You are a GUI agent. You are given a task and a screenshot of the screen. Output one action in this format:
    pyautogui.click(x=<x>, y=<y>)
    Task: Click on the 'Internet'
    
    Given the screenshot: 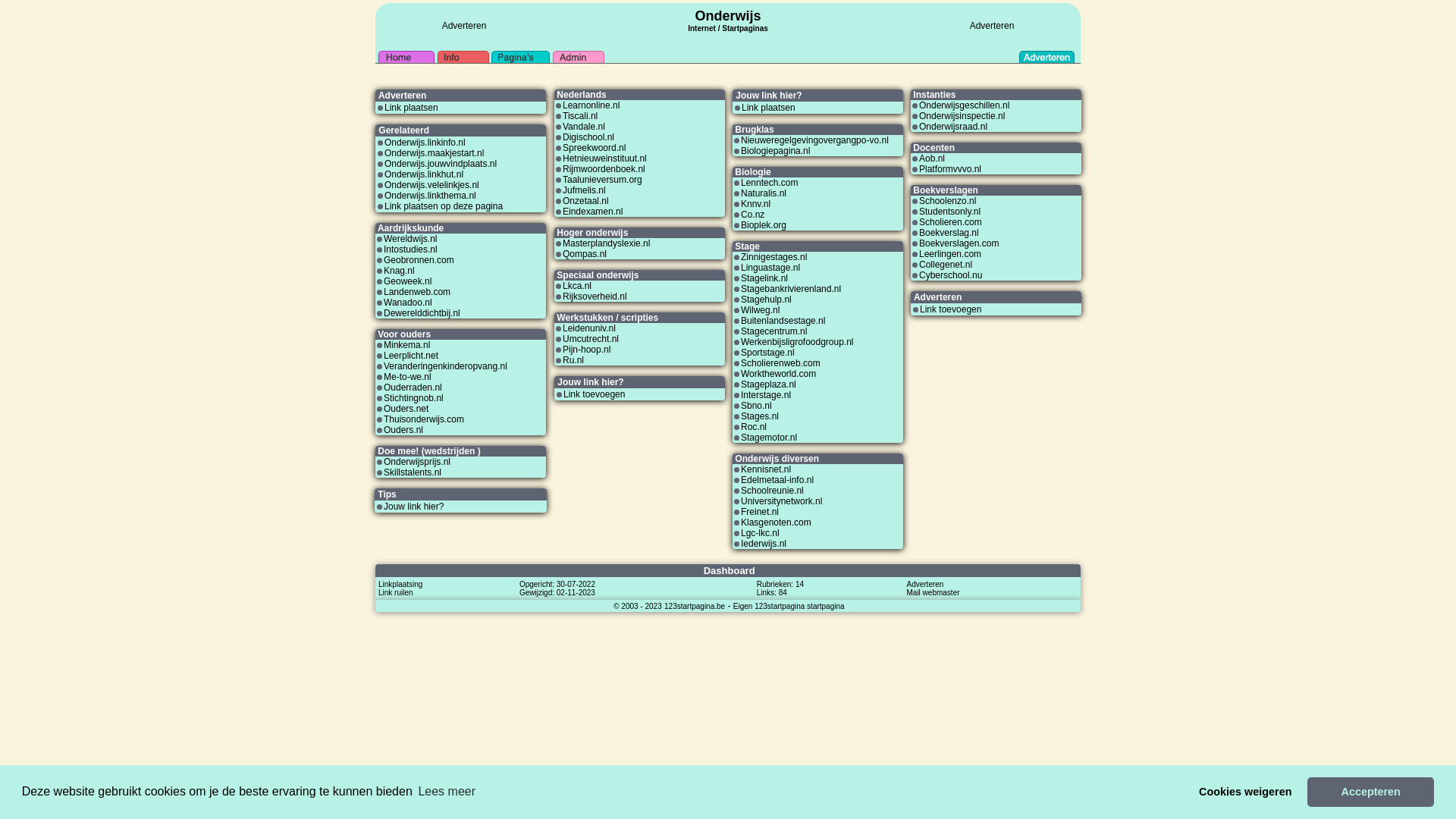 What is the action you would take?
    pyautogui.click(x=701, y=26)
    